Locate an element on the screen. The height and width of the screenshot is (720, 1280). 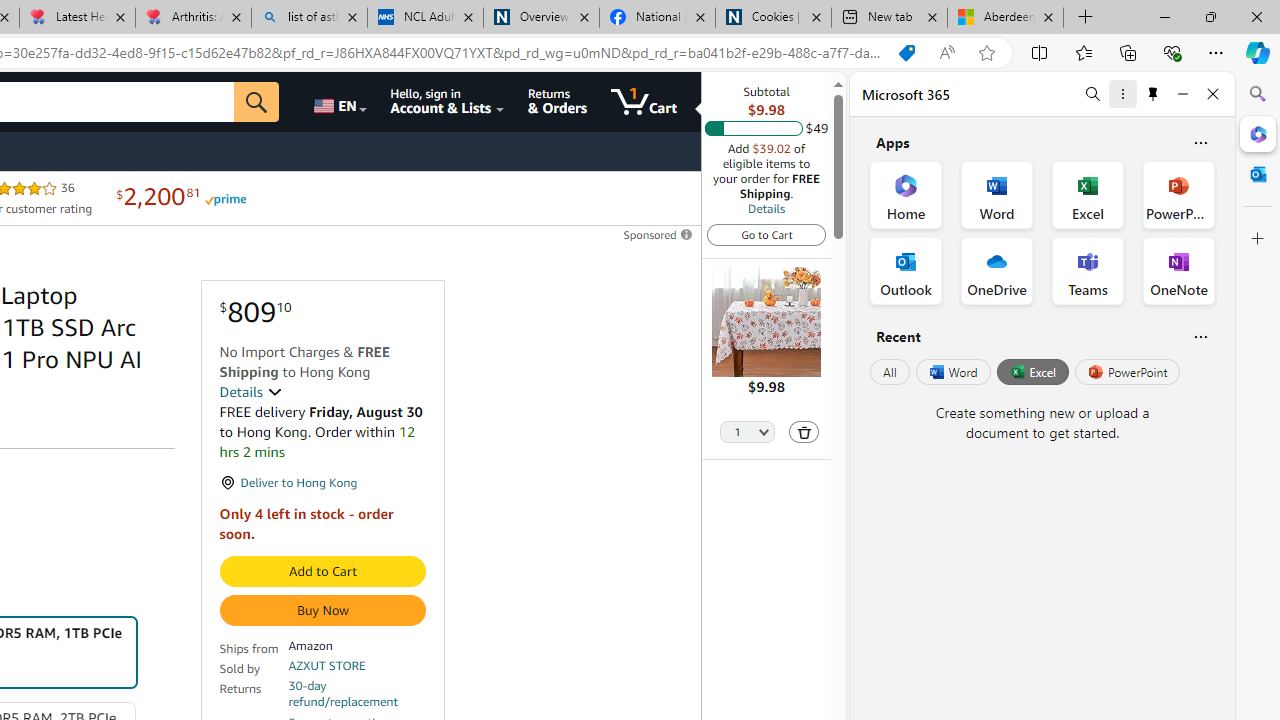
'Go to Cart' is located at coordinates (765, 233).